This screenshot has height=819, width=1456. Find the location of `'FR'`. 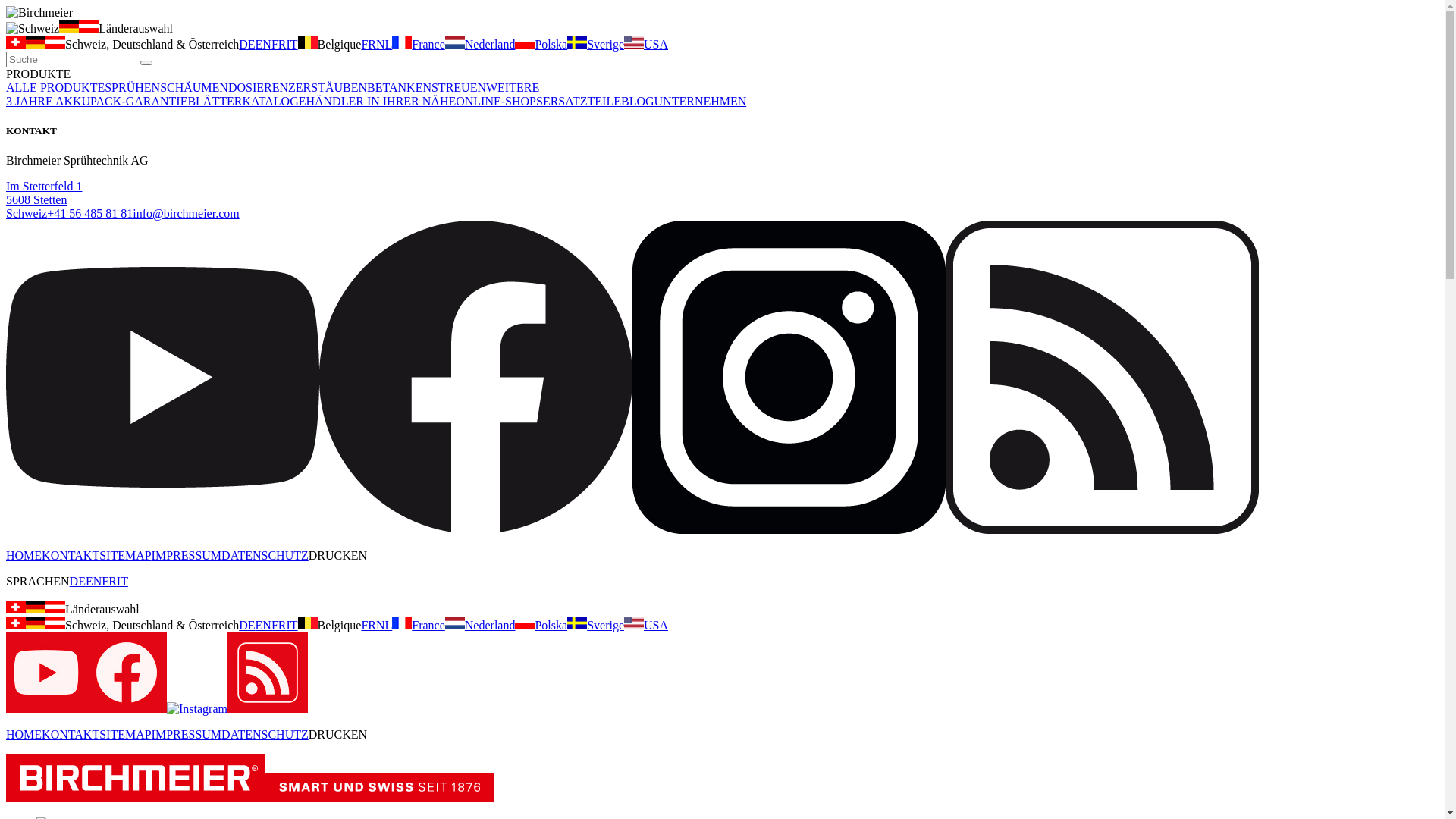

'FR' is located at coordinates (359, 43).